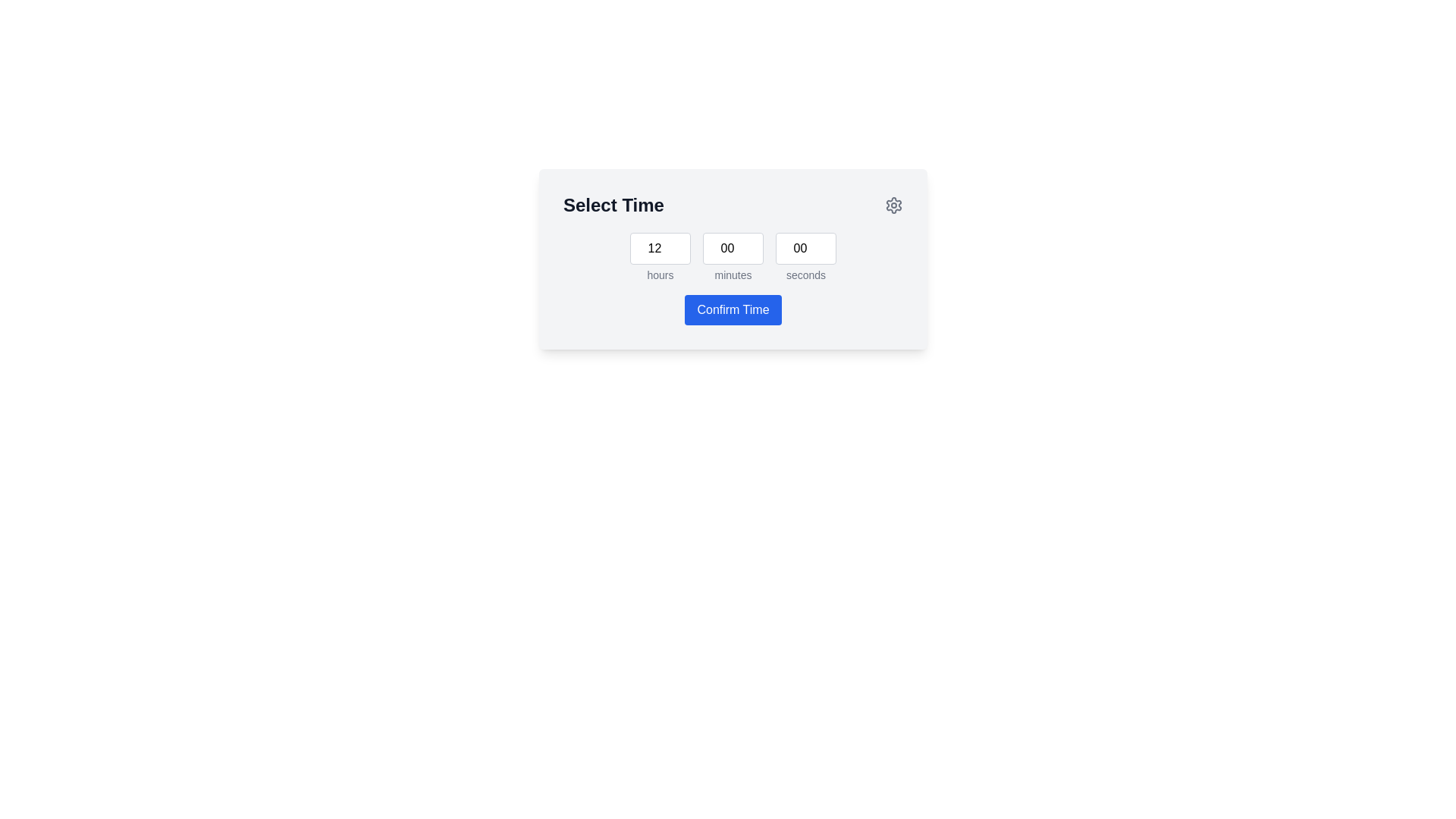 The height and width of the screenshot is (819, 1456). I want to click on the small text label displaying 'seconds', which is styled with a muted gray color and is located directly beneath the numeric input for seconds, so click(805, 275).